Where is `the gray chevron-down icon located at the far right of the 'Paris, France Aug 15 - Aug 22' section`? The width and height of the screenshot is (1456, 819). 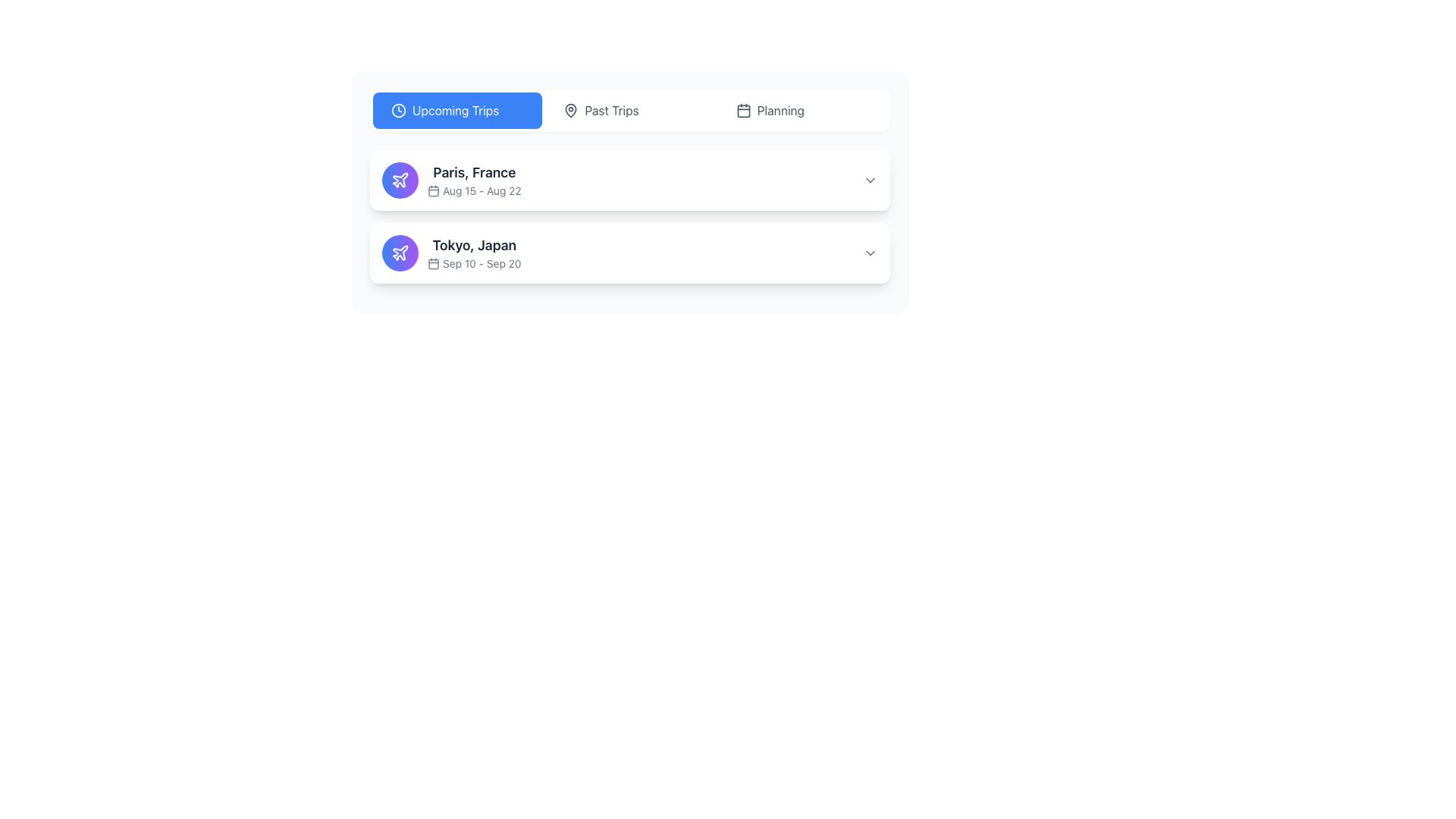 the gray chevron-down icon located at the far right of the 'Paris, France Aug 15 - Aug 22' section is located at coordinates (870, 180).